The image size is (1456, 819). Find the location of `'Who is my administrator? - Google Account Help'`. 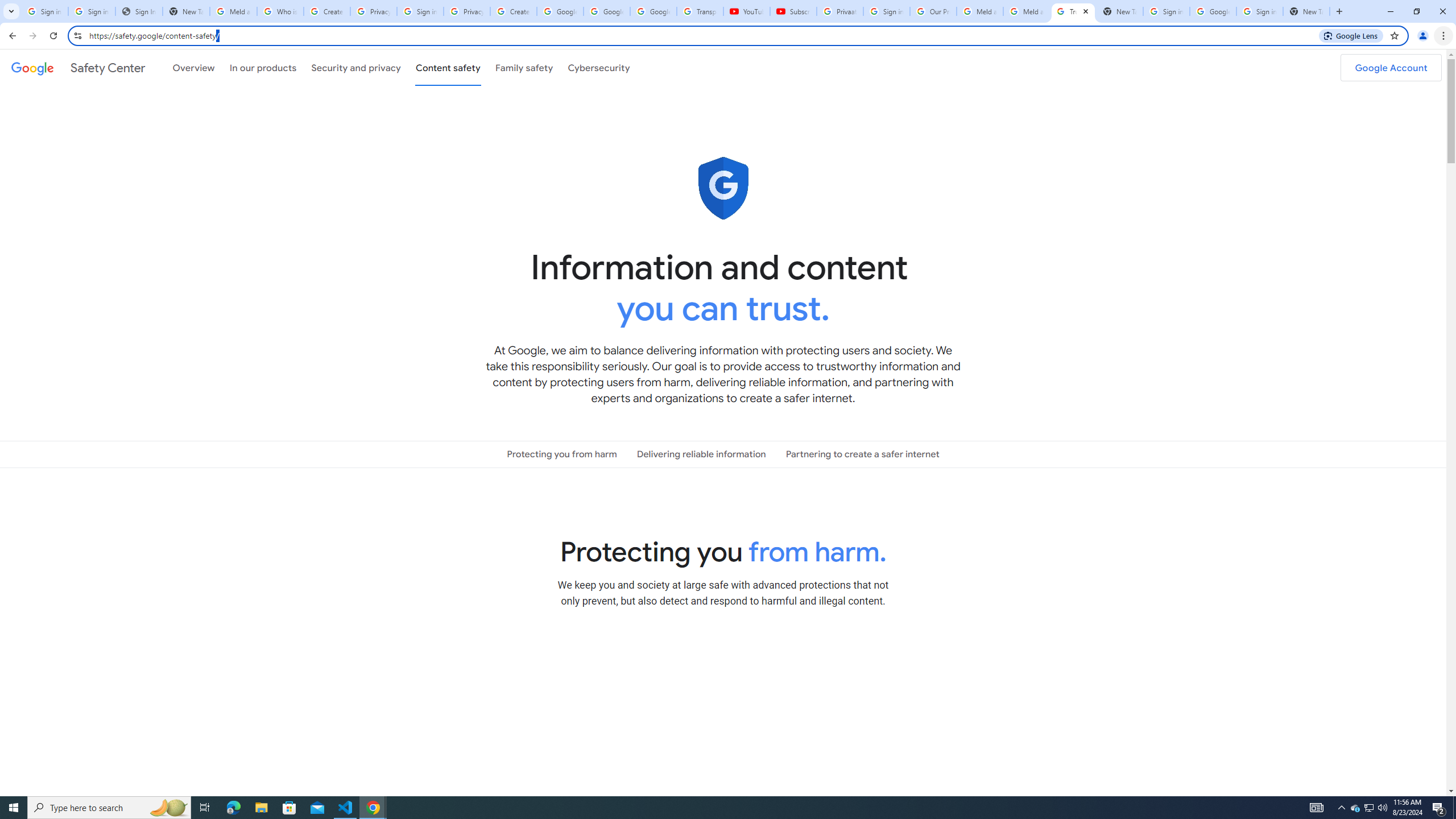

'Who is my administrator? - Google Account Help' is located at coordinates (280, 11).